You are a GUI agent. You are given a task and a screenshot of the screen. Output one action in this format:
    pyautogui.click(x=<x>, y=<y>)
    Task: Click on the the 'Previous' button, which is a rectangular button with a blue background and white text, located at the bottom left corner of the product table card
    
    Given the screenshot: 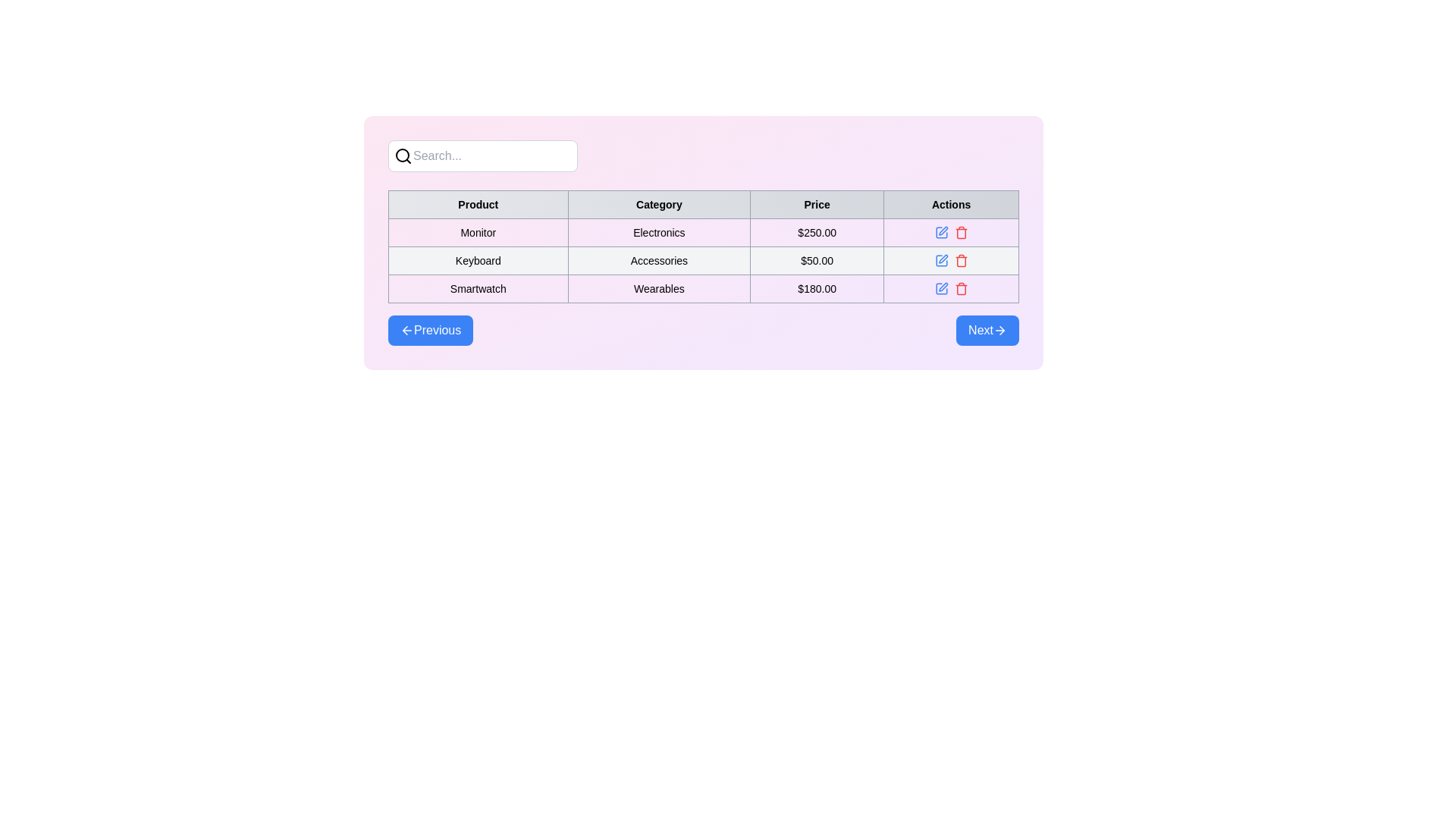 What is the action you would take?
    pyautogui.click(x=430, y=329)
    